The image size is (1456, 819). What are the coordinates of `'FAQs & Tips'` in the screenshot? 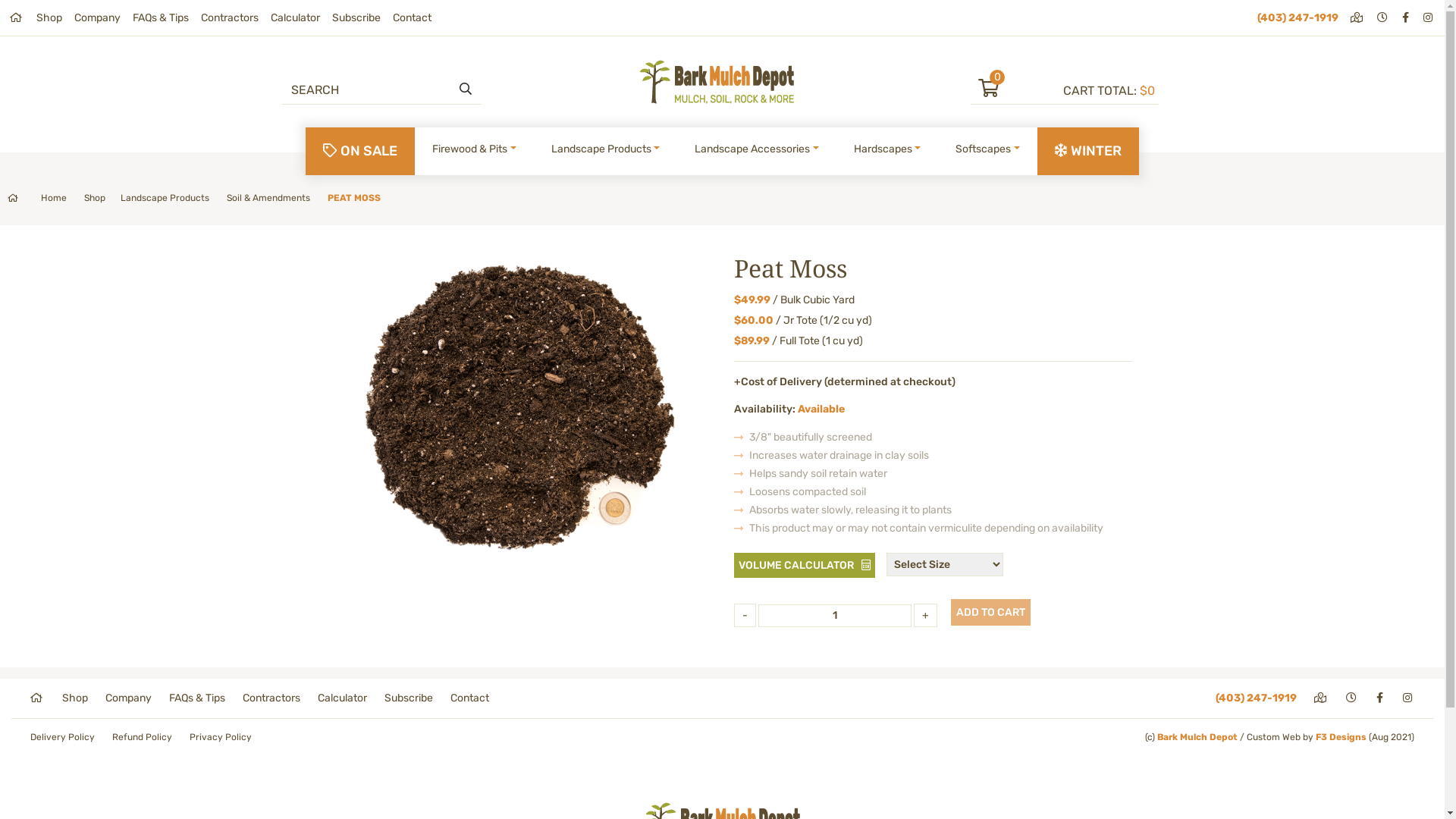 It's located at (160, 17).